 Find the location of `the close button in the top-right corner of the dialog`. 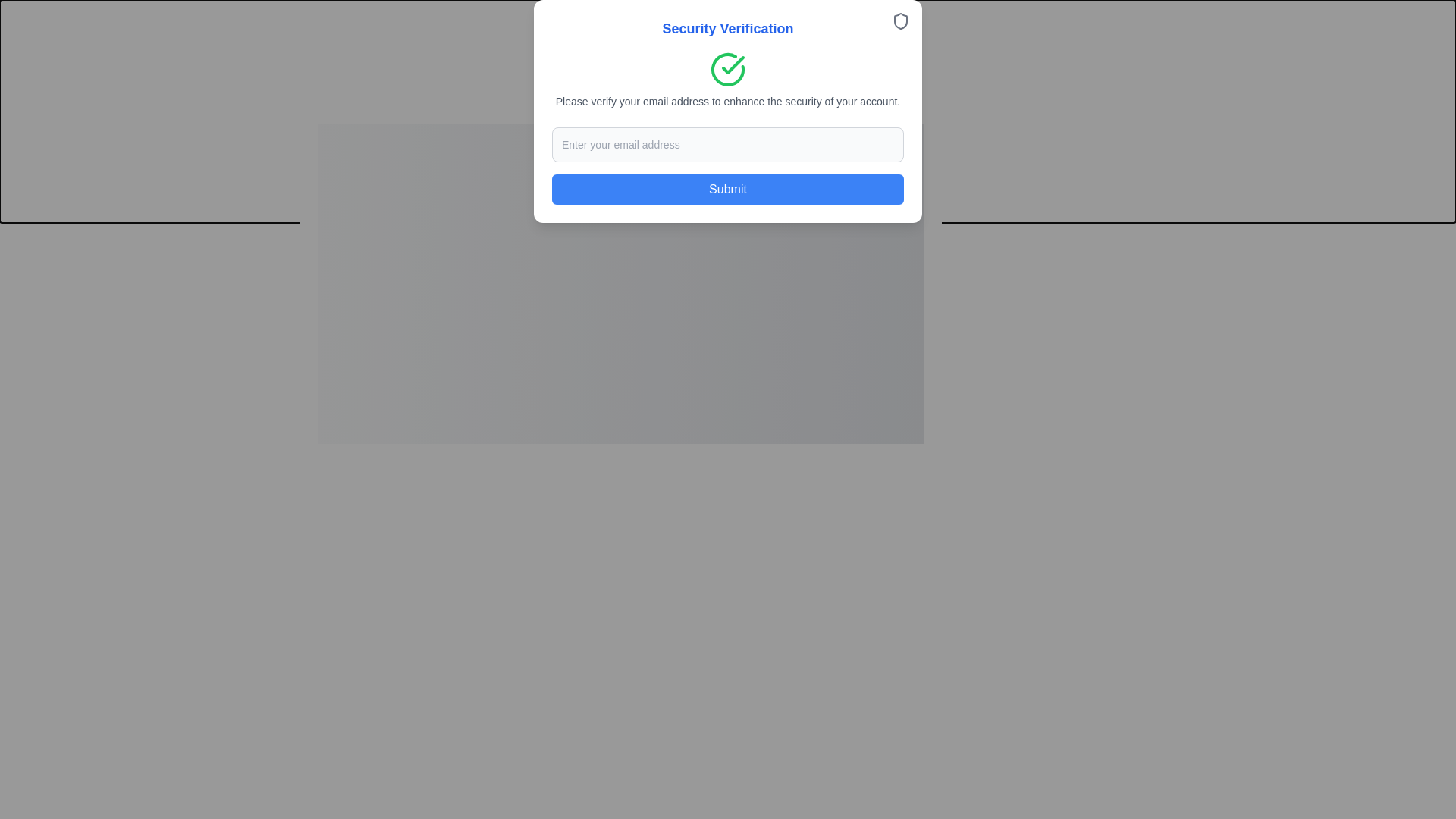

the close button in the top-right corner of the dialog is located at coordinates (926, 120).